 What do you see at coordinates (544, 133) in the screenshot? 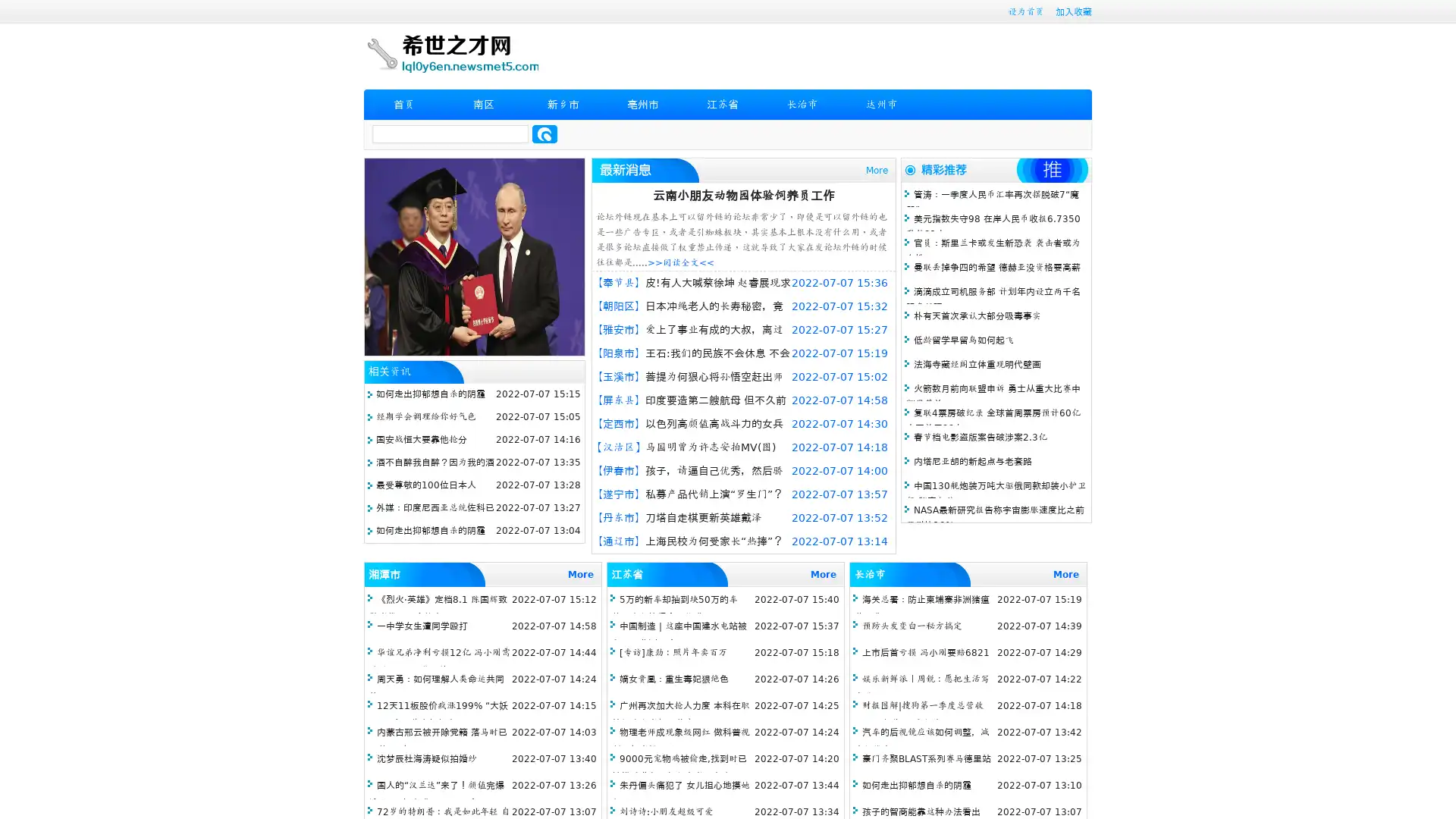
I see `Search` at bounding box center [544, 133].